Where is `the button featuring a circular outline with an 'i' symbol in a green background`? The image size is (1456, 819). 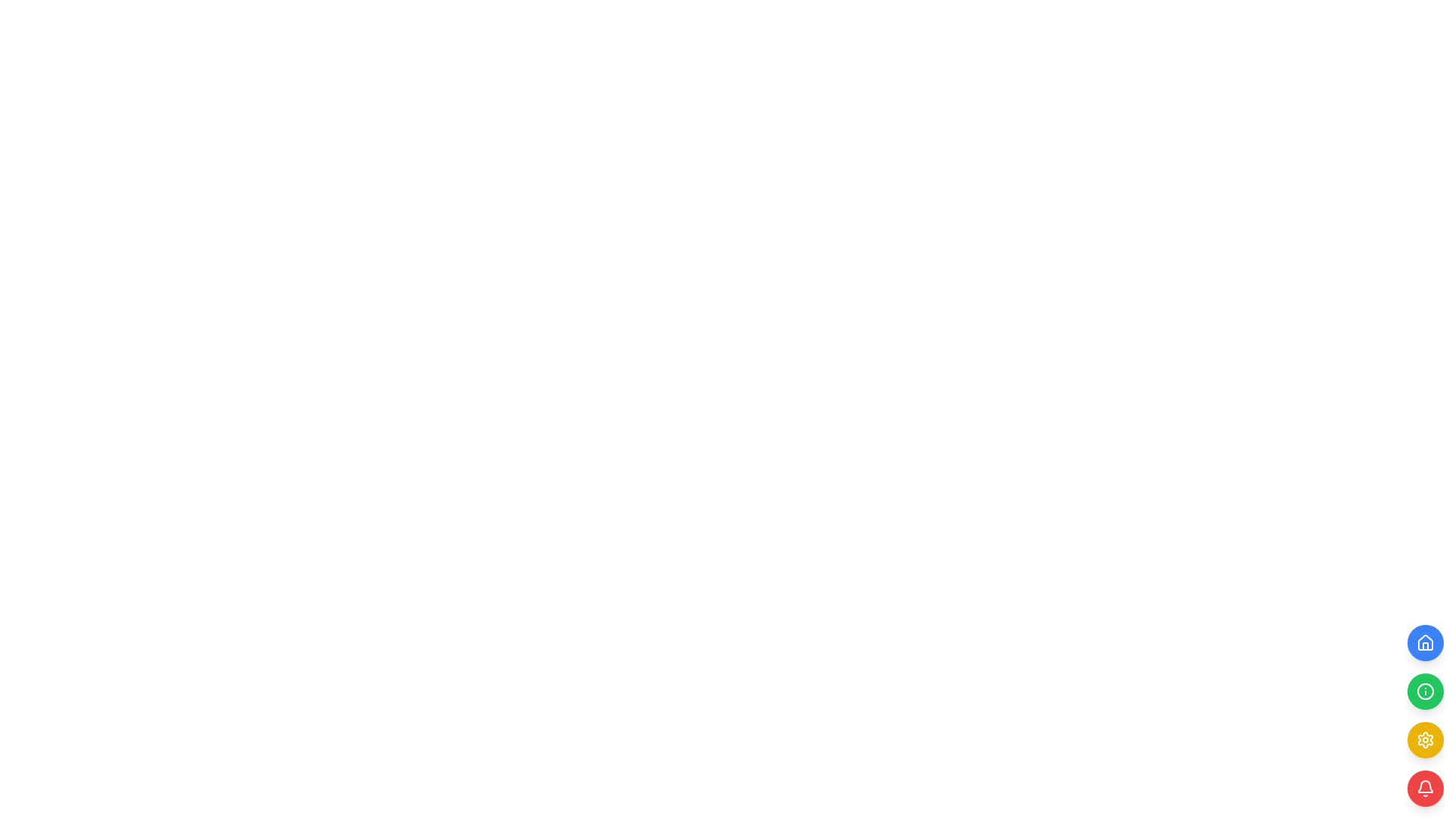 the button featuring a circular outline with an 'i' symbol in a green background is located at coordinates (1425, 691).